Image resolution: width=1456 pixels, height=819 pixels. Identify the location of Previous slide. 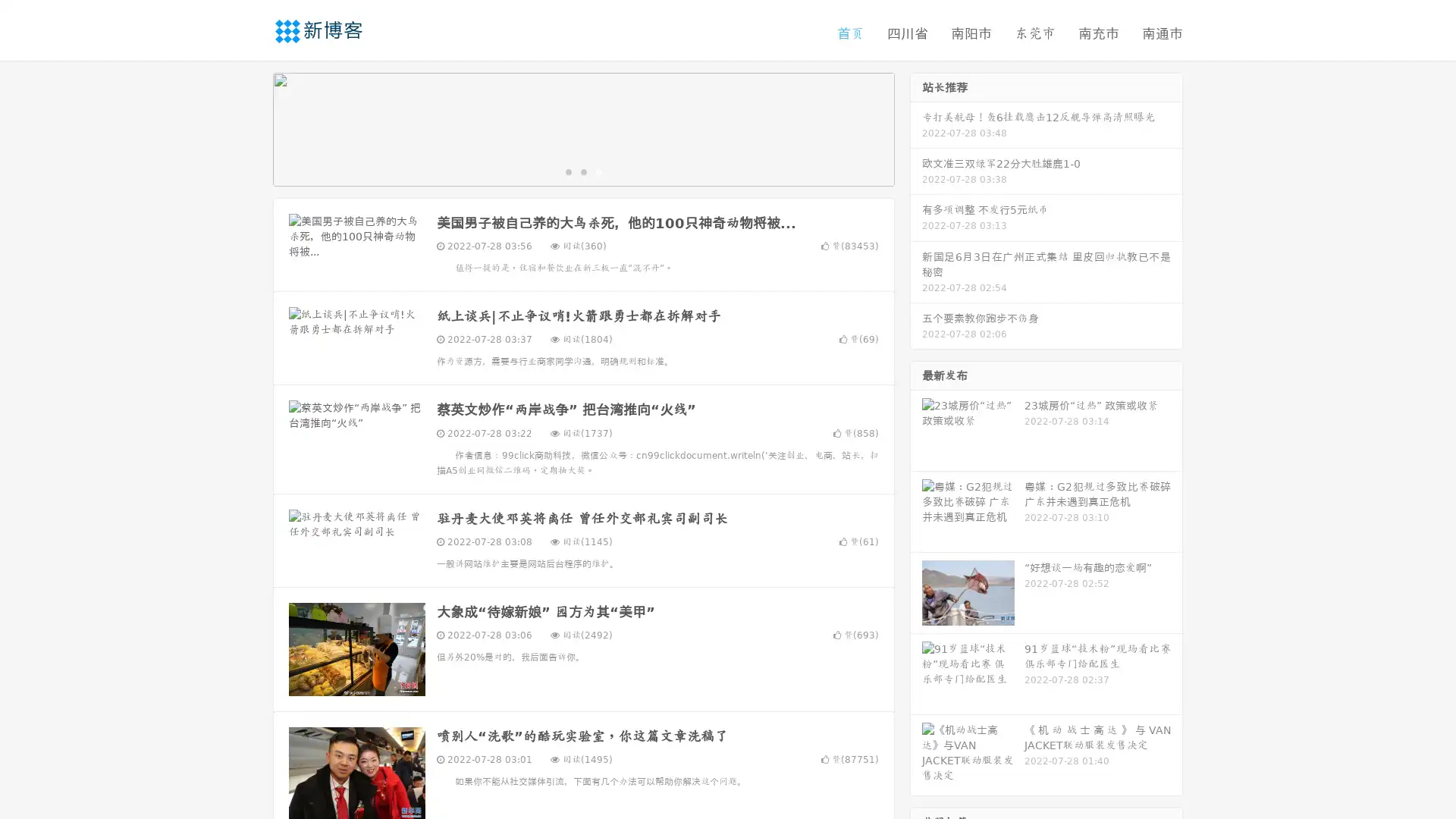
(250, 127).